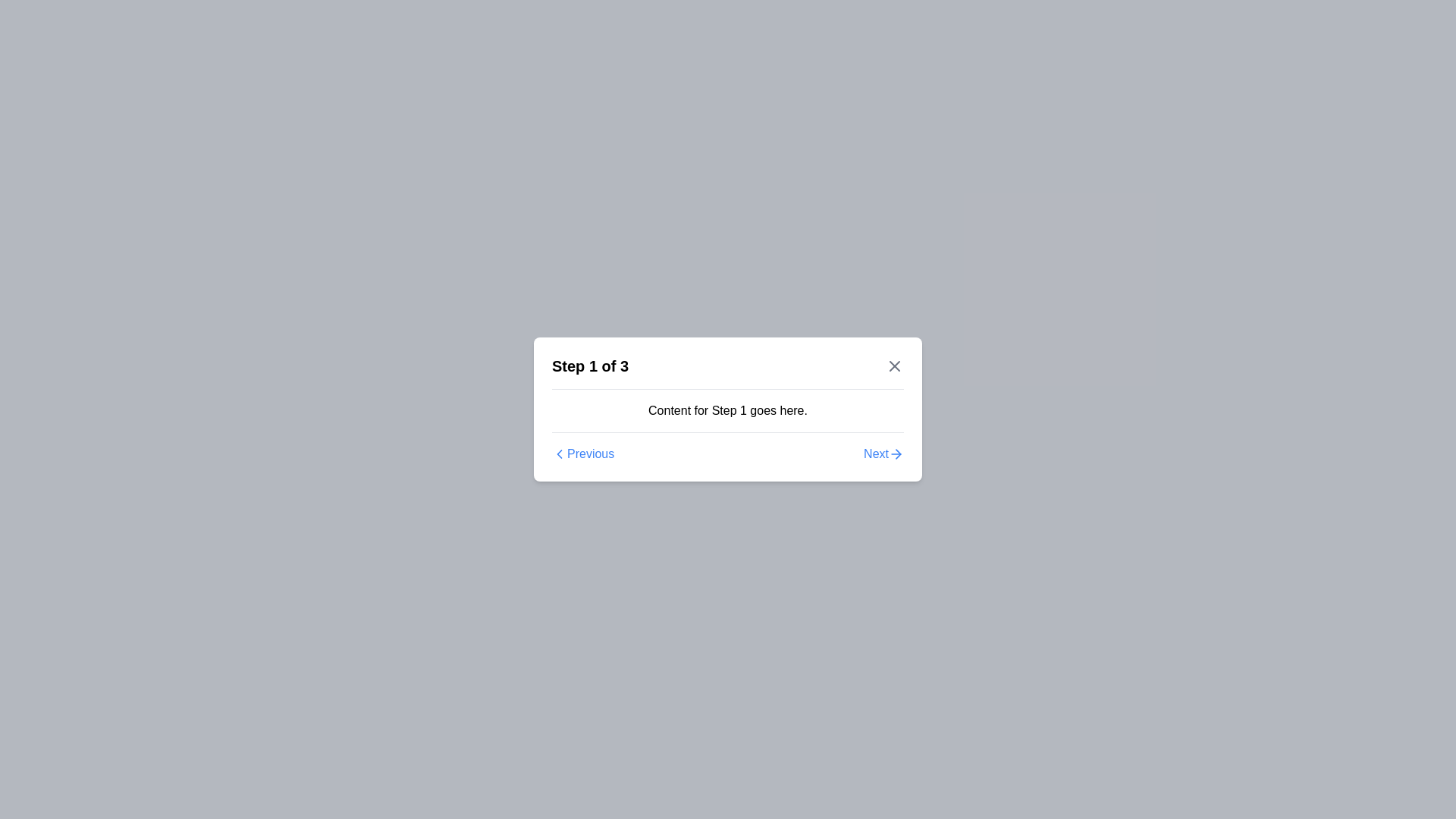  Describe the element at coordinates (898, 453) in the screenshot. I see `the visual state of the 'Next' button icon located to the right of the 'Next' text link in the bottom-right corner of the dialog interface` at that location.